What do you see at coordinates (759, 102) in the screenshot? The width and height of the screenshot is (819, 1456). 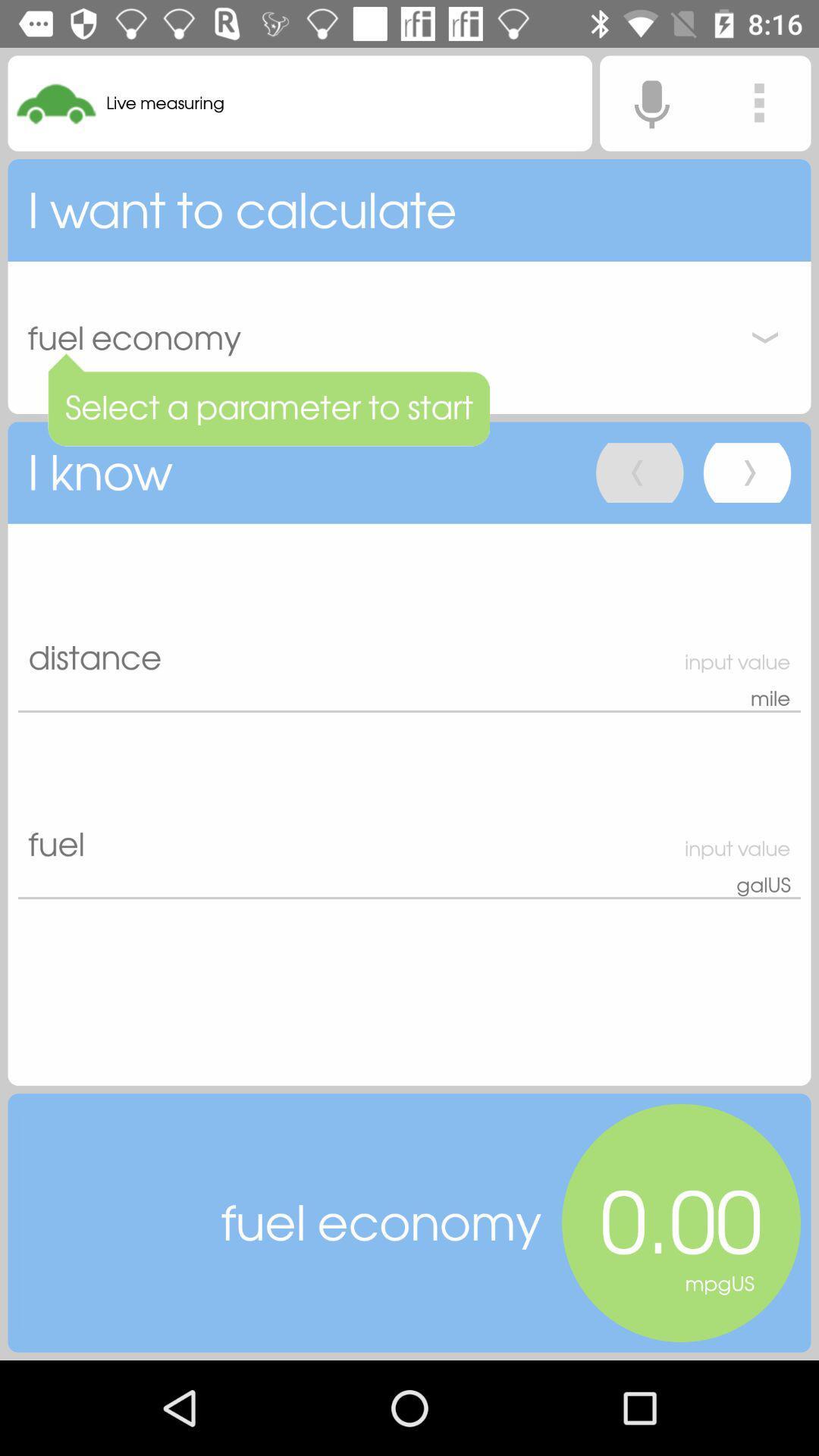 I see `application settings` at bounding box center [759, 102].